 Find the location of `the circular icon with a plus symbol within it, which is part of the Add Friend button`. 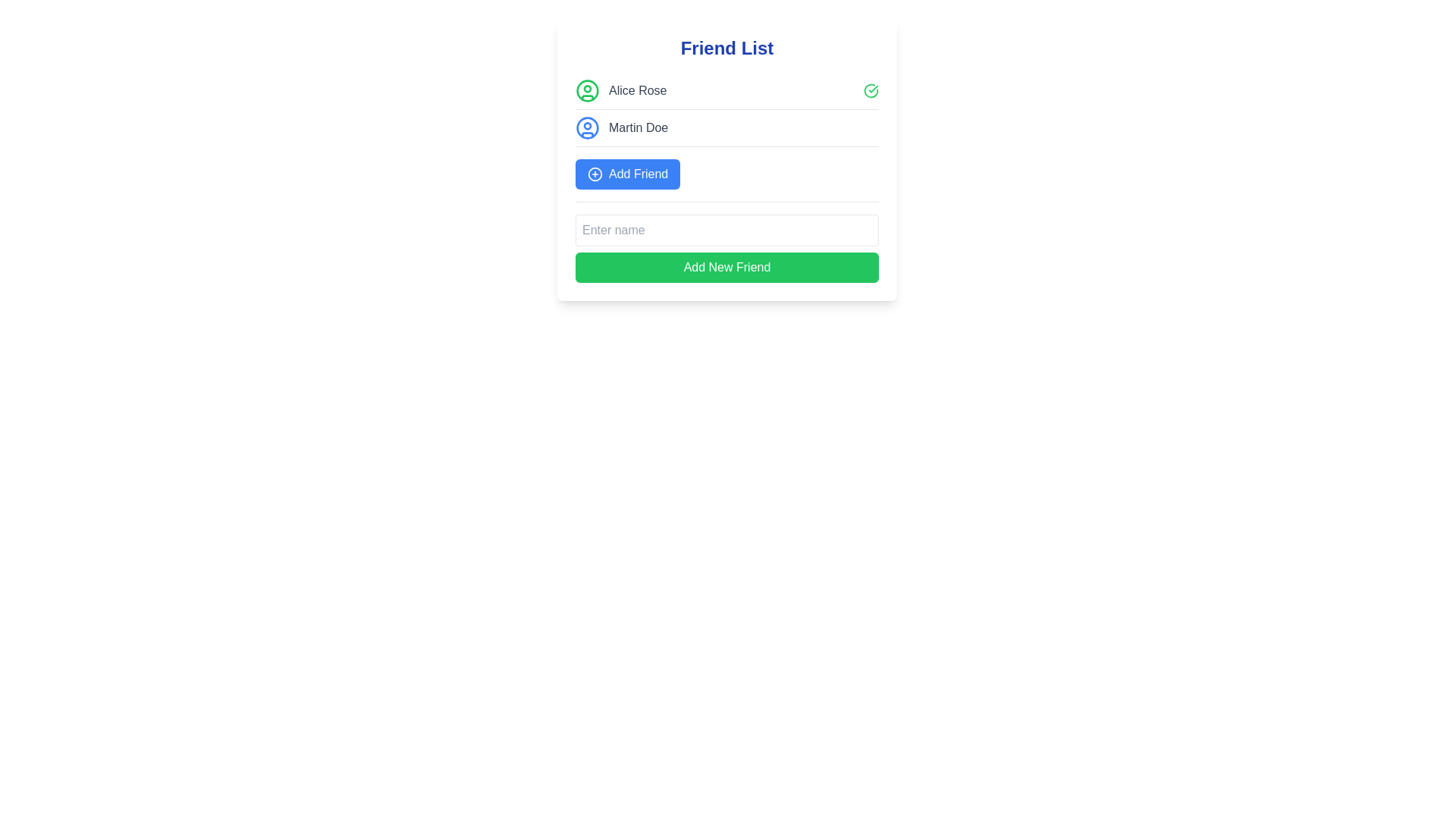

the circular icon with a plus symbol within it, which is part of the Add Friend button is located at coordinates (595, 174).